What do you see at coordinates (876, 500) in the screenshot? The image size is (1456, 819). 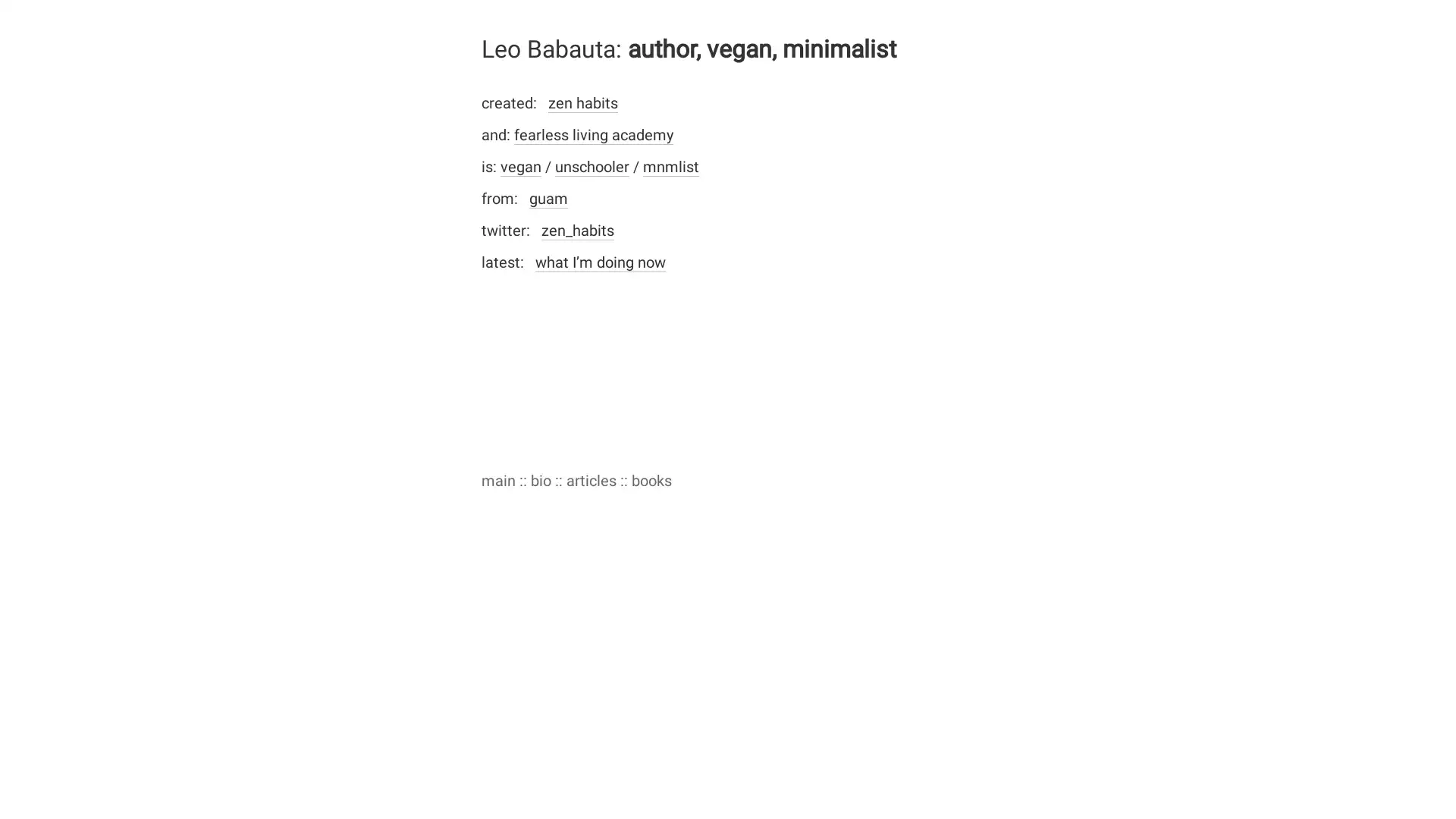 I see `Get Updates` at bounding box center [876, 500].